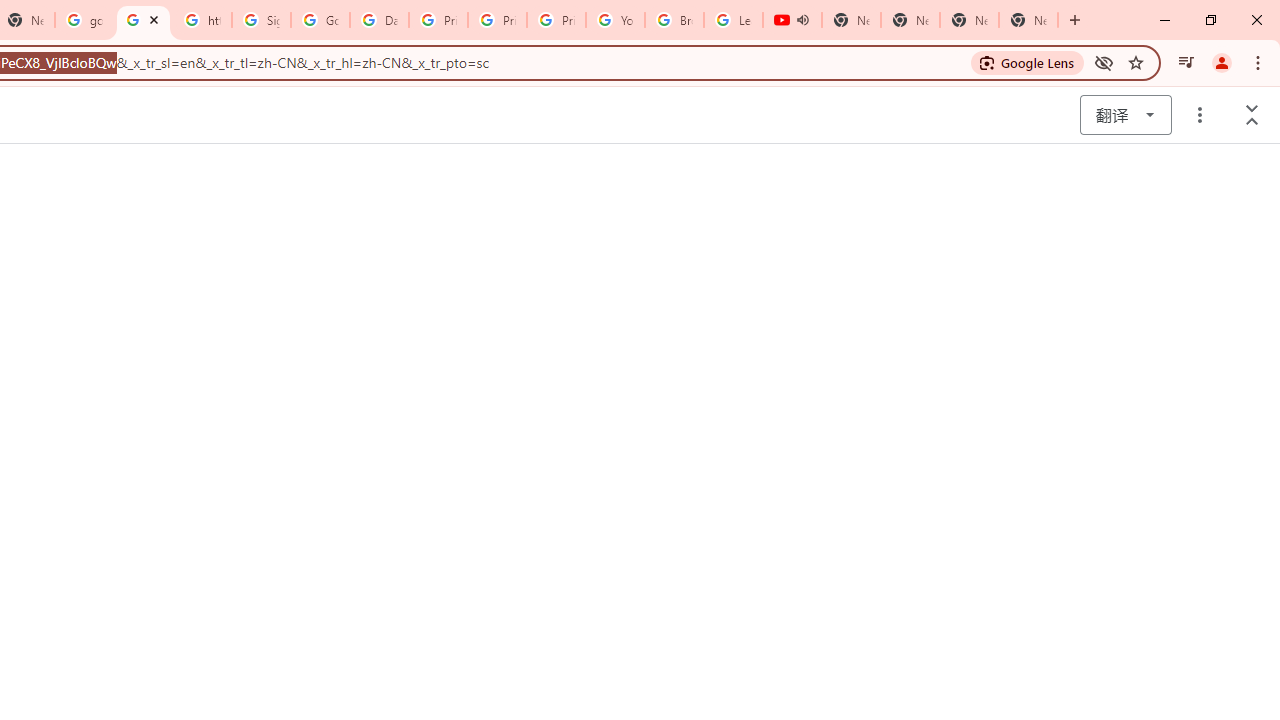 The height and width of the screenshot is (720, 1280). Describe the element at coordinates (1028, 20) in the screenshot. I see `'New Tab'` at that location.